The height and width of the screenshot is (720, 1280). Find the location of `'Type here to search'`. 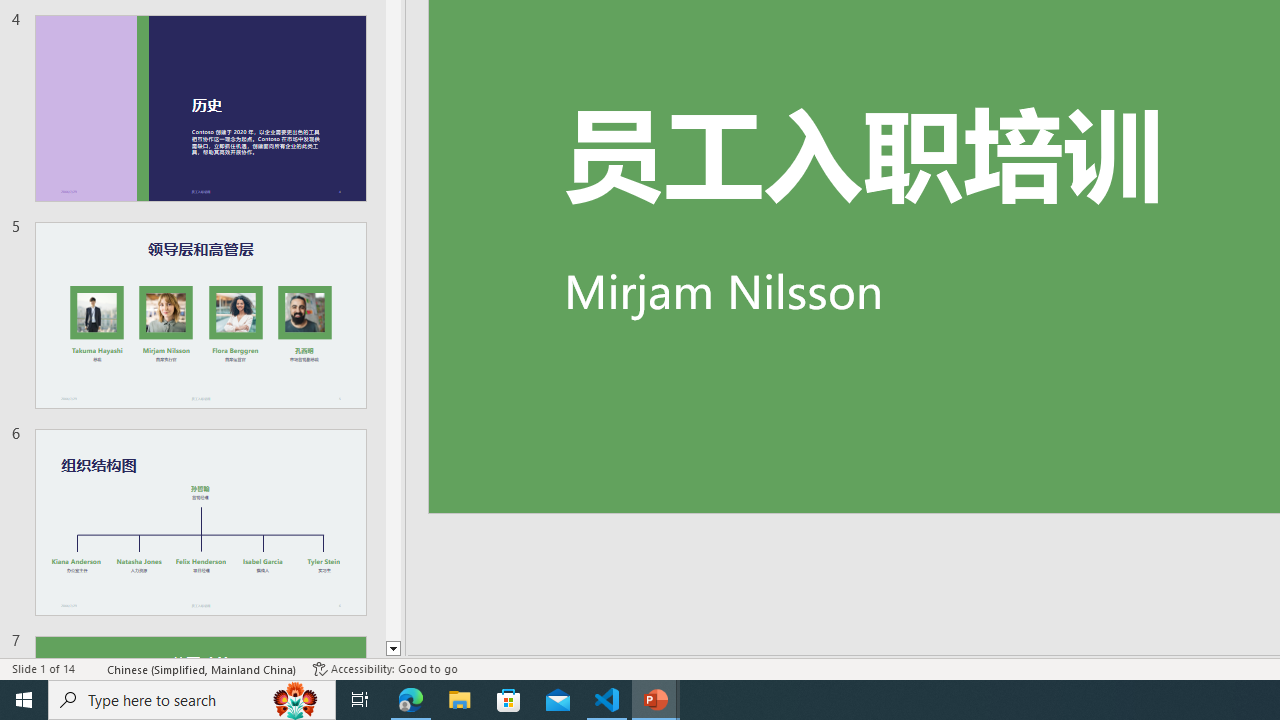

'Type here to search' is located at coordinates (192, 698).